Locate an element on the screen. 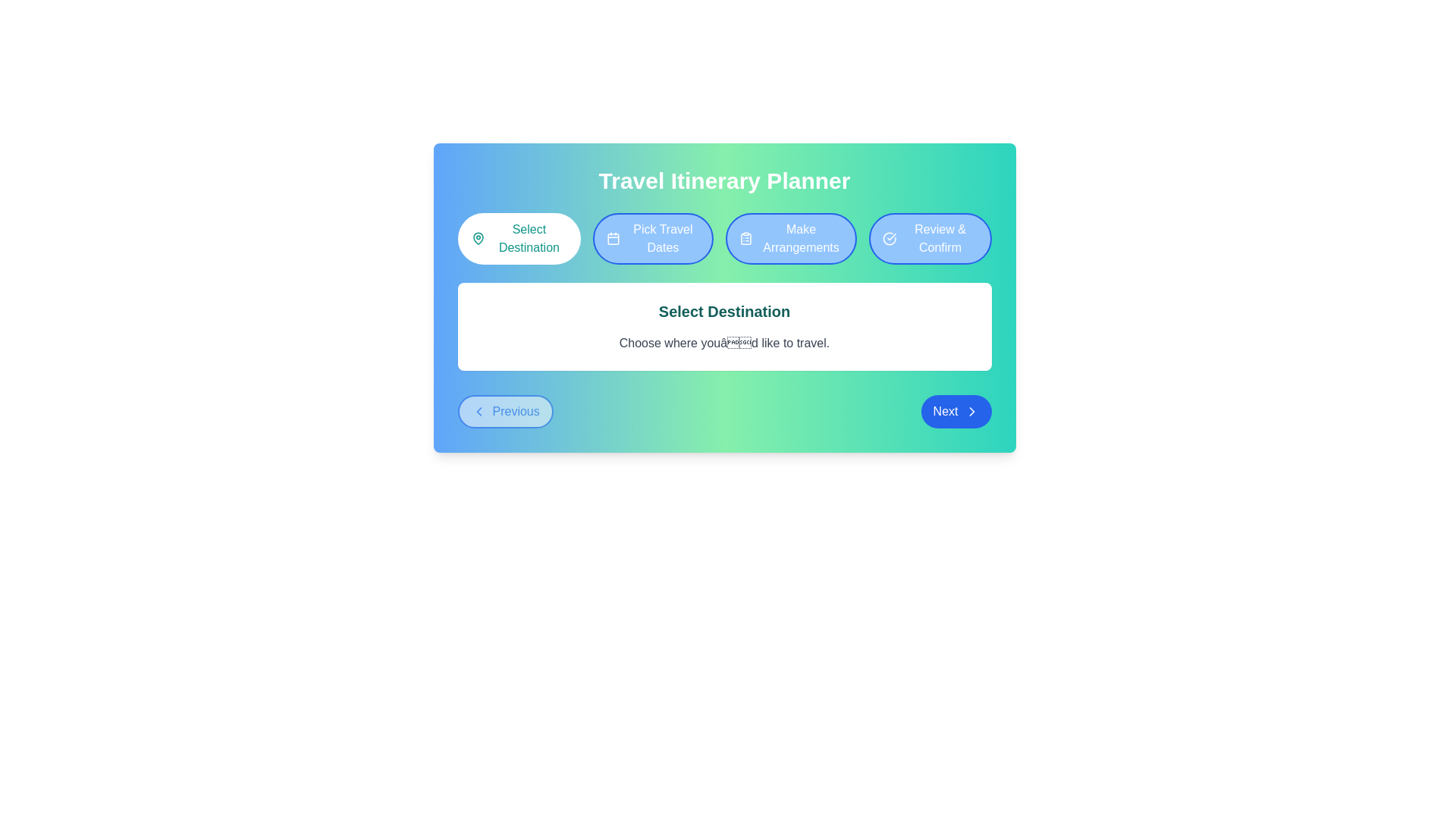 This screenshot has width=1456, height=819. the visual component of the calendar icon adjacent to the 'Pick Travel Dates' label, which represents the date selection step is located at coordinates (613, 239).